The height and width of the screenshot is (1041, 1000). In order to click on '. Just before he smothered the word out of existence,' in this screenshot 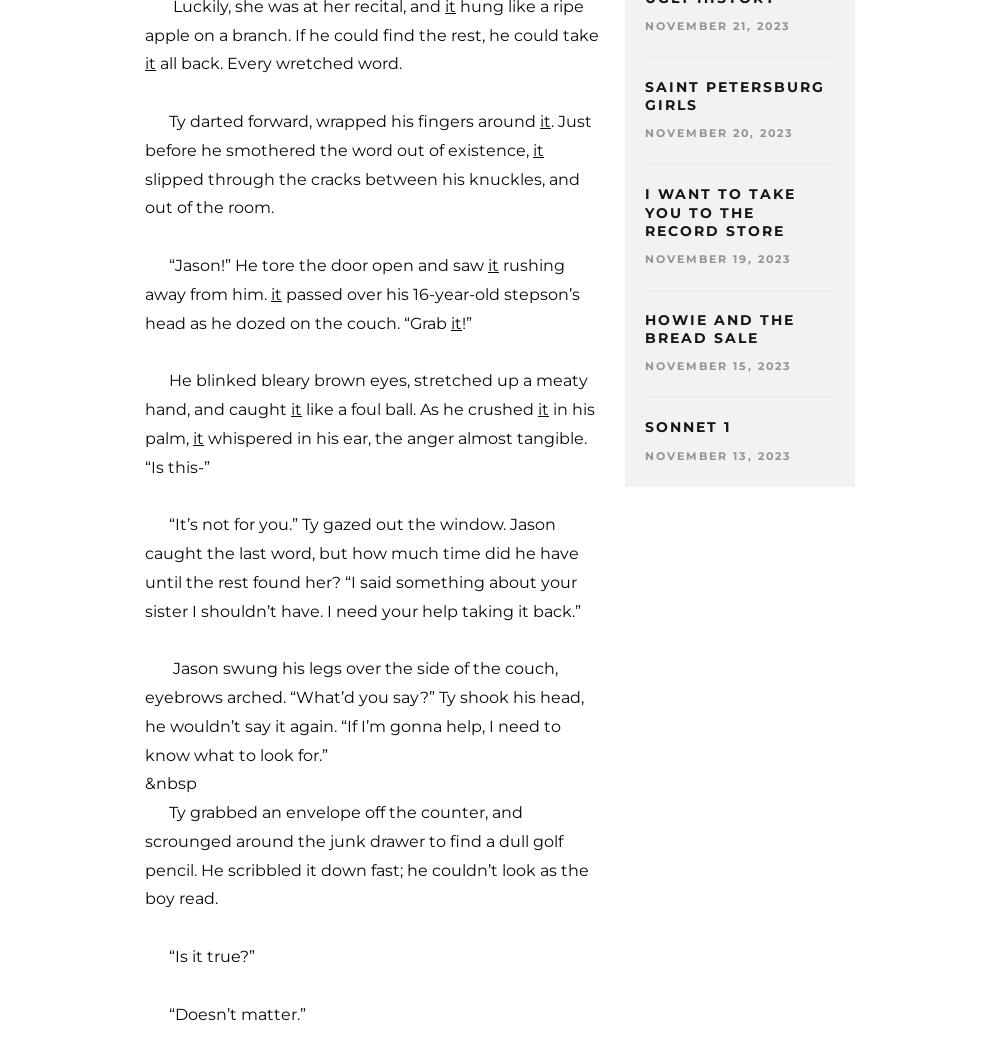, I will do `click(367, 135)`.